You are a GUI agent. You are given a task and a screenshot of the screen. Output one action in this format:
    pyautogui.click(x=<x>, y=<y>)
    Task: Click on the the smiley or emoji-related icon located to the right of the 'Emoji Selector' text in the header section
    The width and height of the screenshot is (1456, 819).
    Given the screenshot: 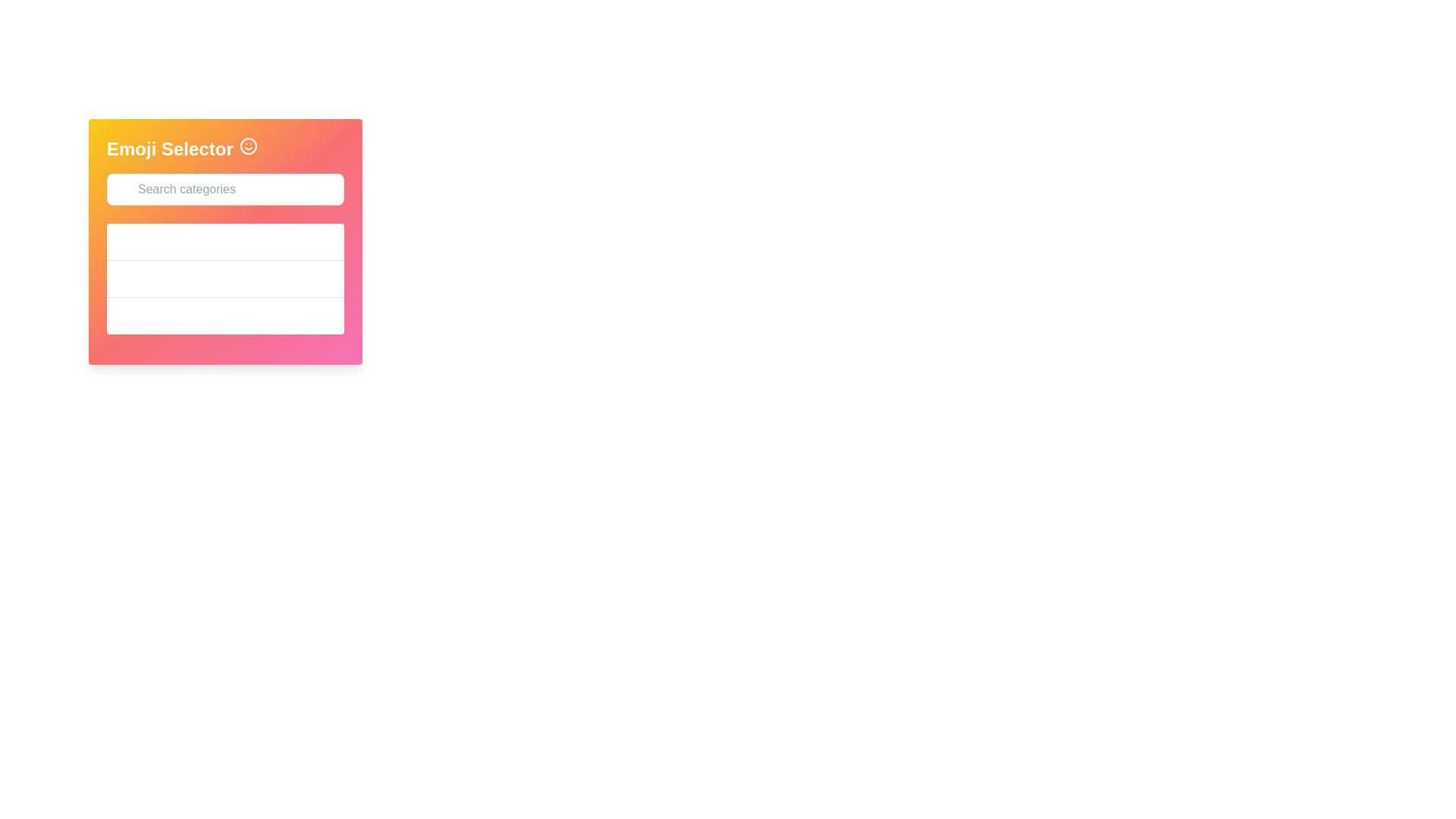 What is the action you would take?
    pyautogui.click(x=248, y=146)
    